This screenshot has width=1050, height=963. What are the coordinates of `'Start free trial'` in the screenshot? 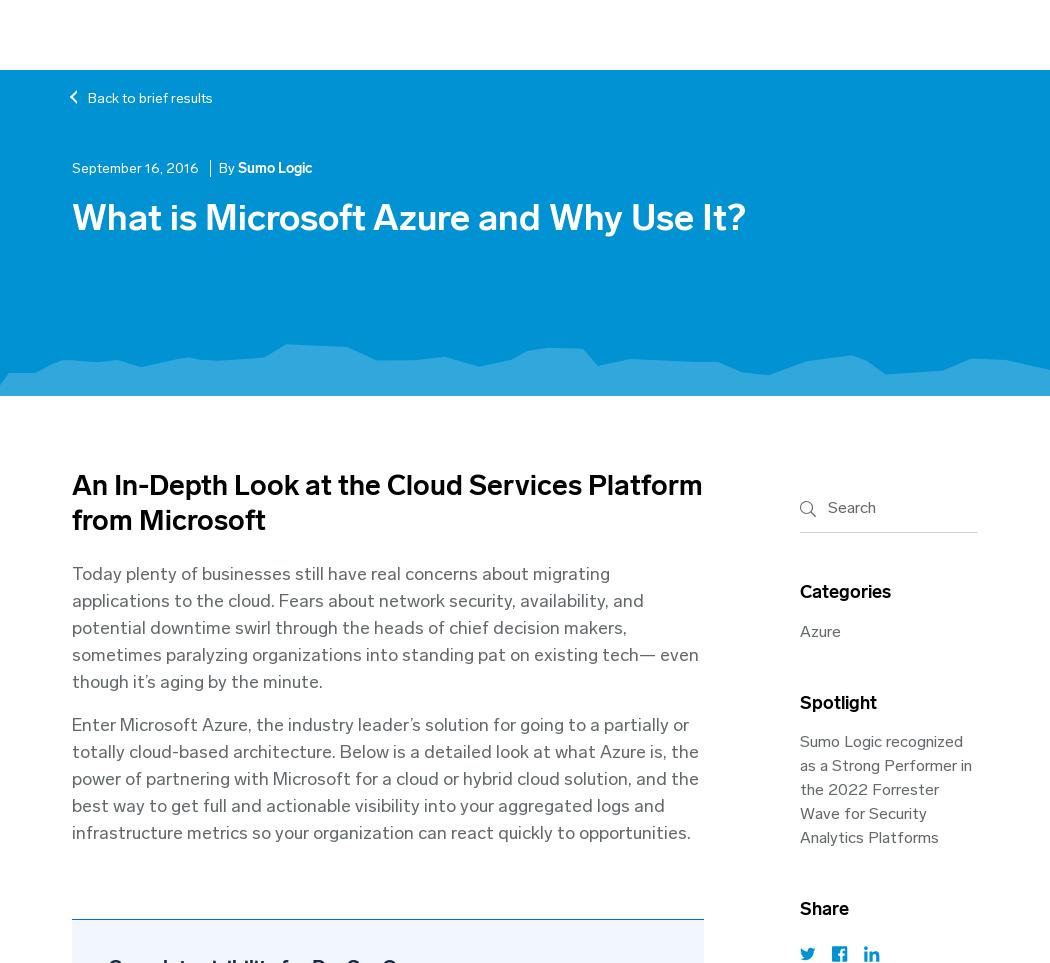 It's located at (840, 32).